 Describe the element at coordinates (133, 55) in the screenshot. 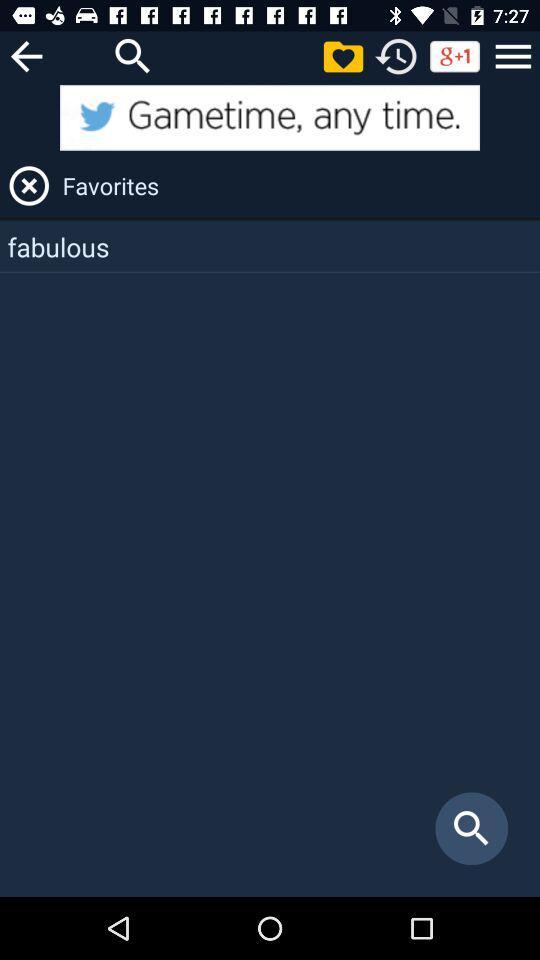

I see `search app` at that location.